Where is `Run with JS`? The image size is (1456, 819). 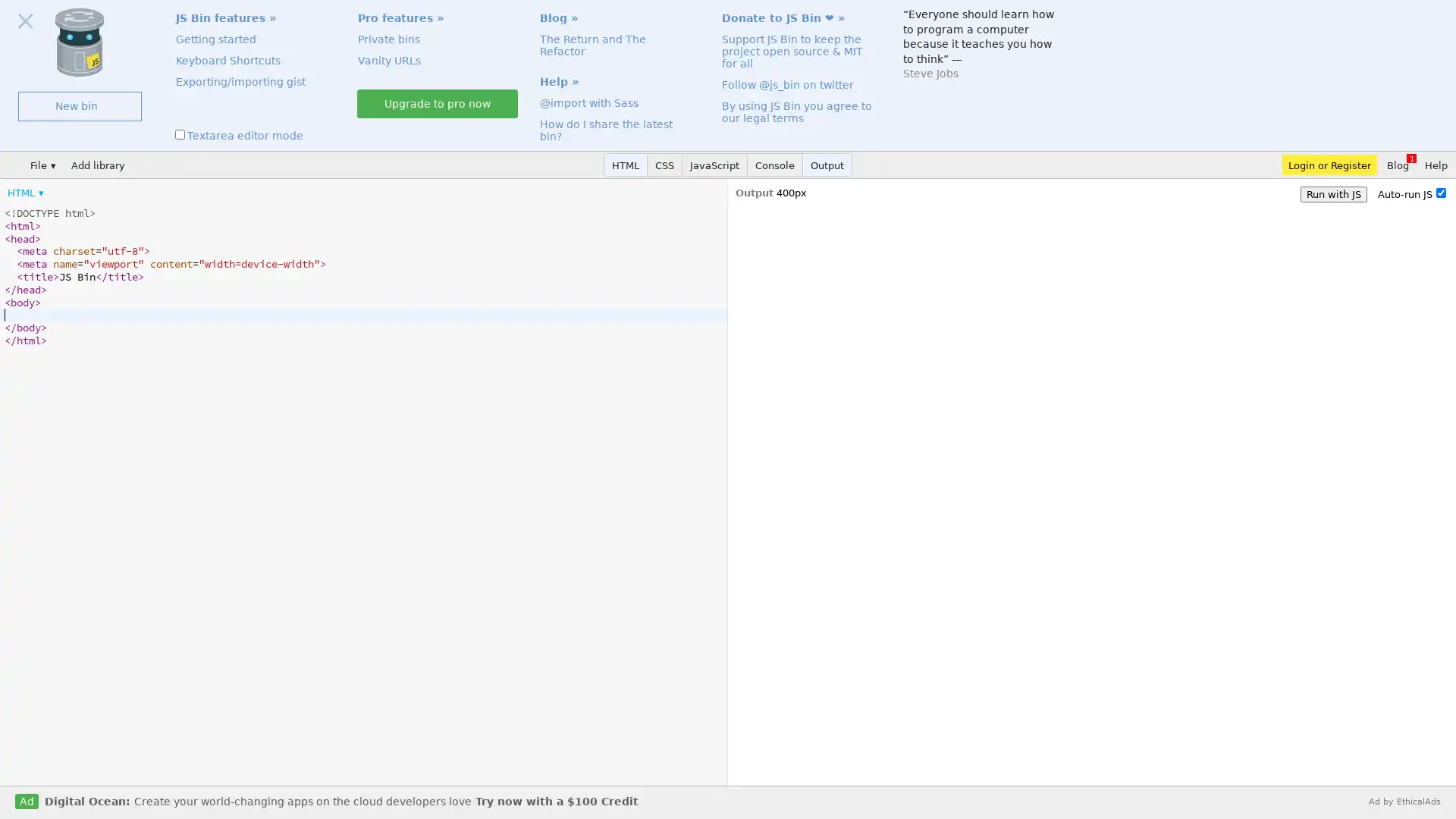 Run with JS is located at coordinates (1332, 193).